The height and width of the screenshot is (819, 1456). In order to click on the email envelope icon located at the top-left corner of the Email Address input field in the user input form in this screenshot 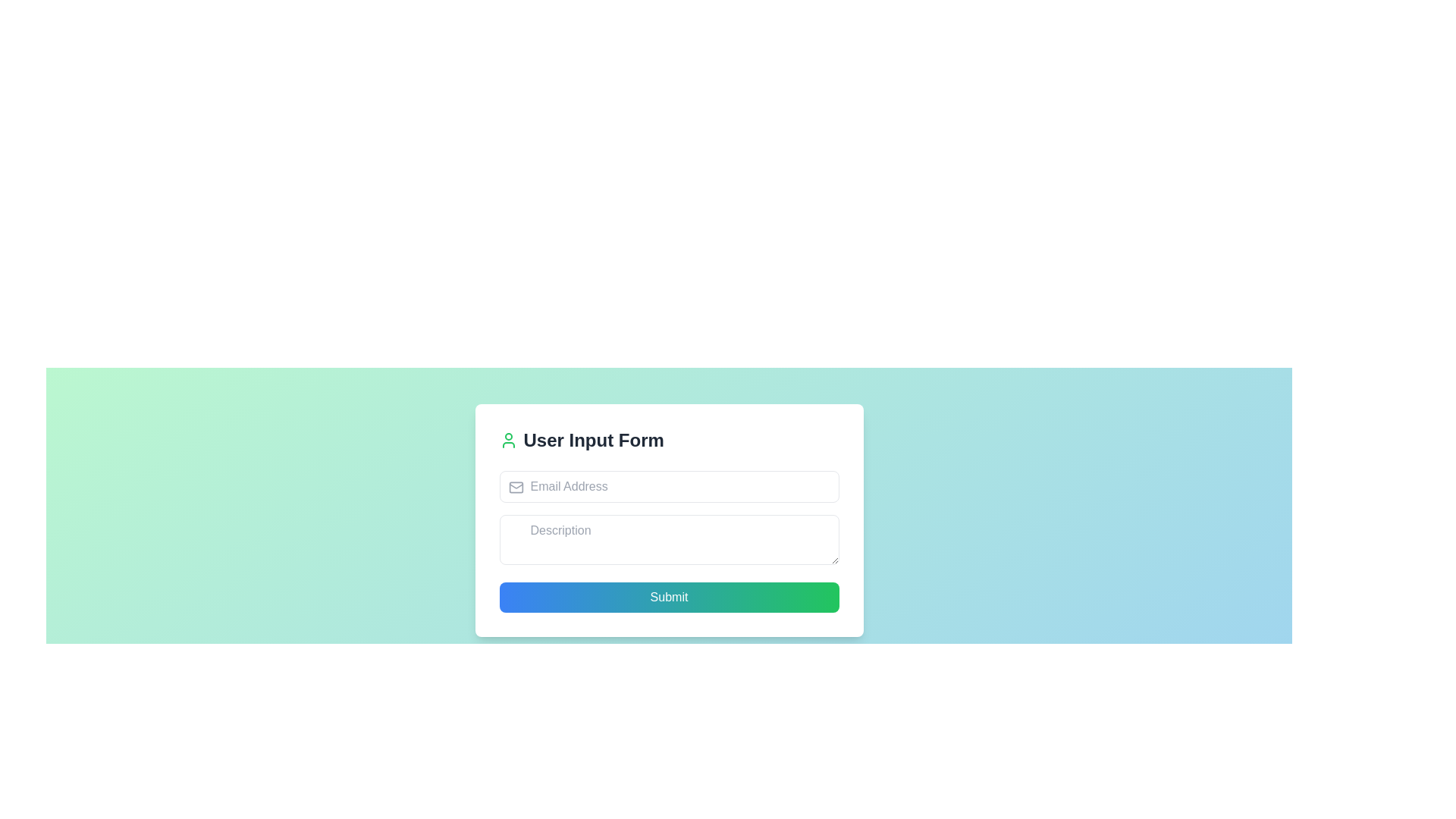, I will do `click(516, 488)`.